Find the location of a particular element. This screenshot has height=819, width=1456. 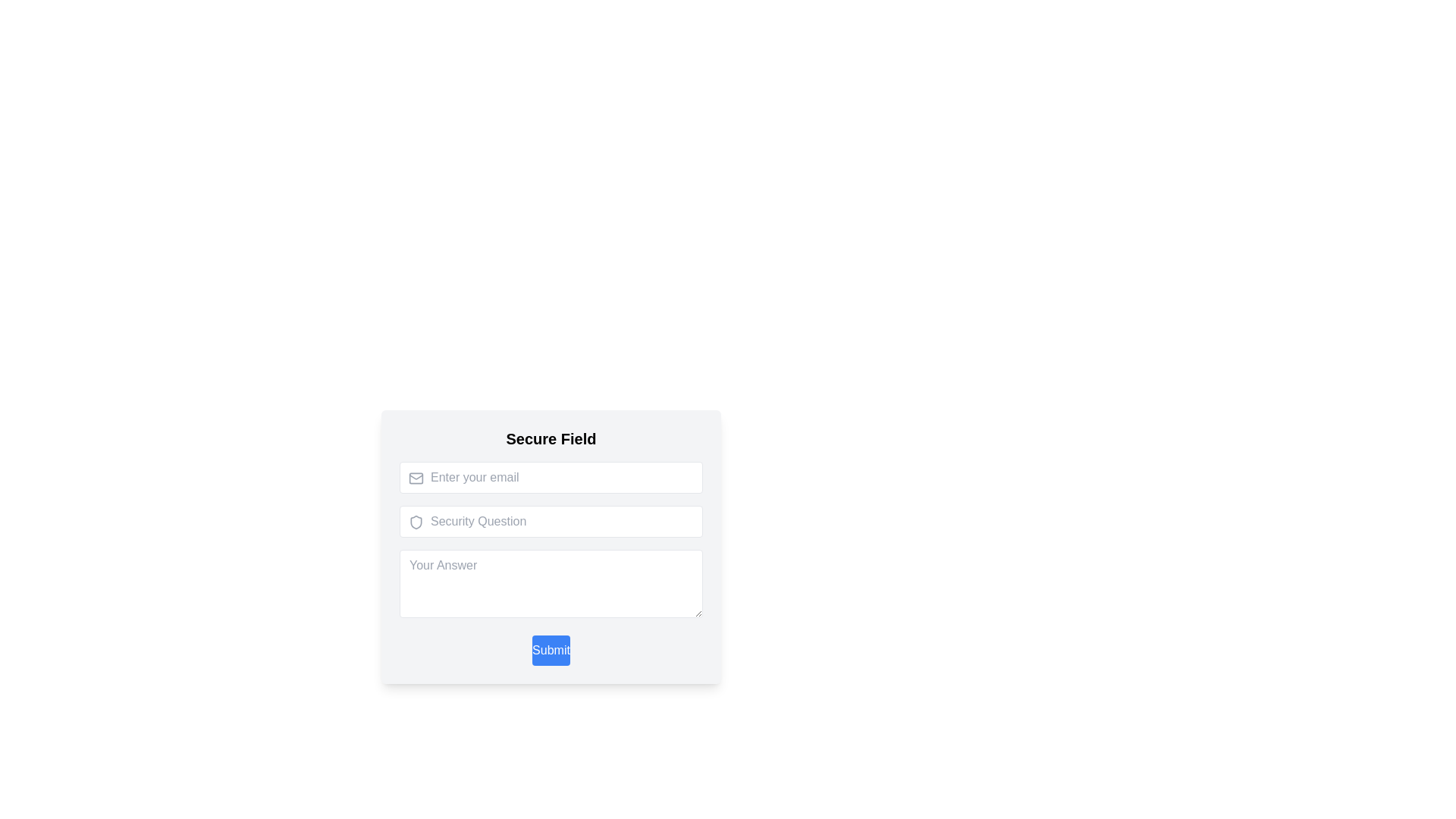

the envelope icon, which is a minimalistic outline design positioned to the left of the 'Enter your email' input field is located at coordinates (416, 479).